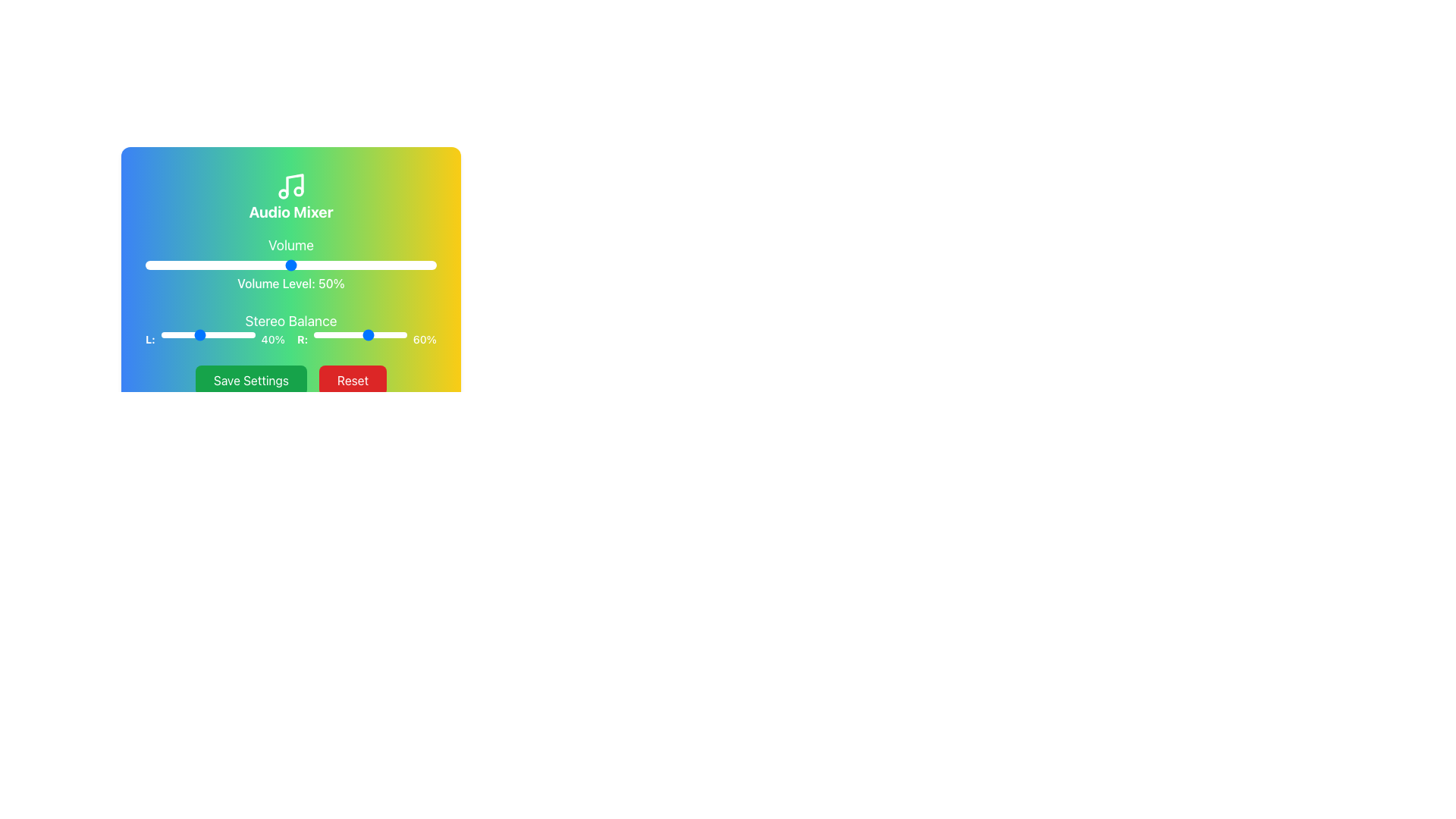  Describe the element at coordinates (203, 334) in the screenshot. I see `the slider` at that location.